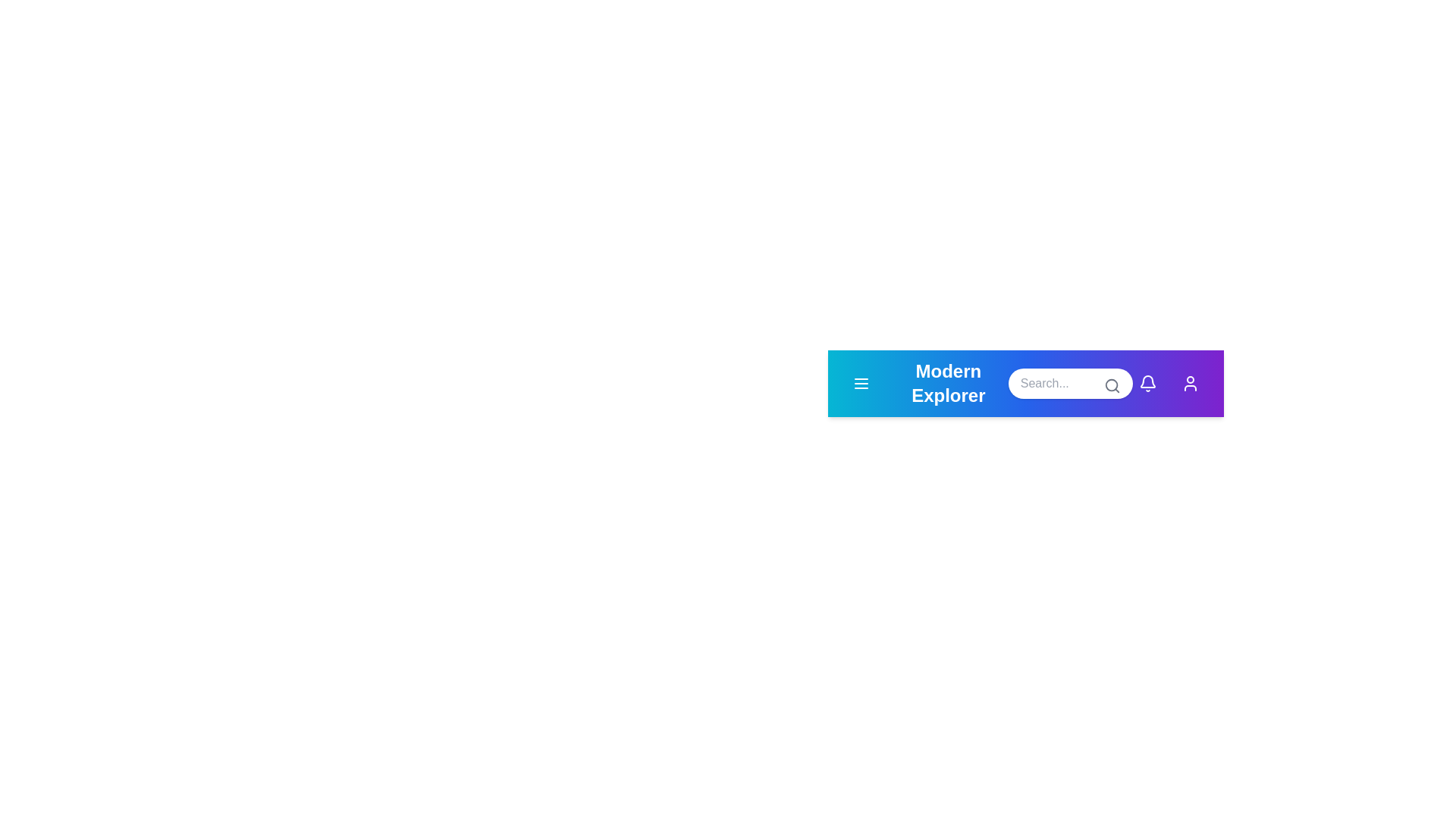  What do you see at coordinates (1189, 382) in the screenshot?
I see `the user icon to view user profile options` at bounding box center [1189, 382].